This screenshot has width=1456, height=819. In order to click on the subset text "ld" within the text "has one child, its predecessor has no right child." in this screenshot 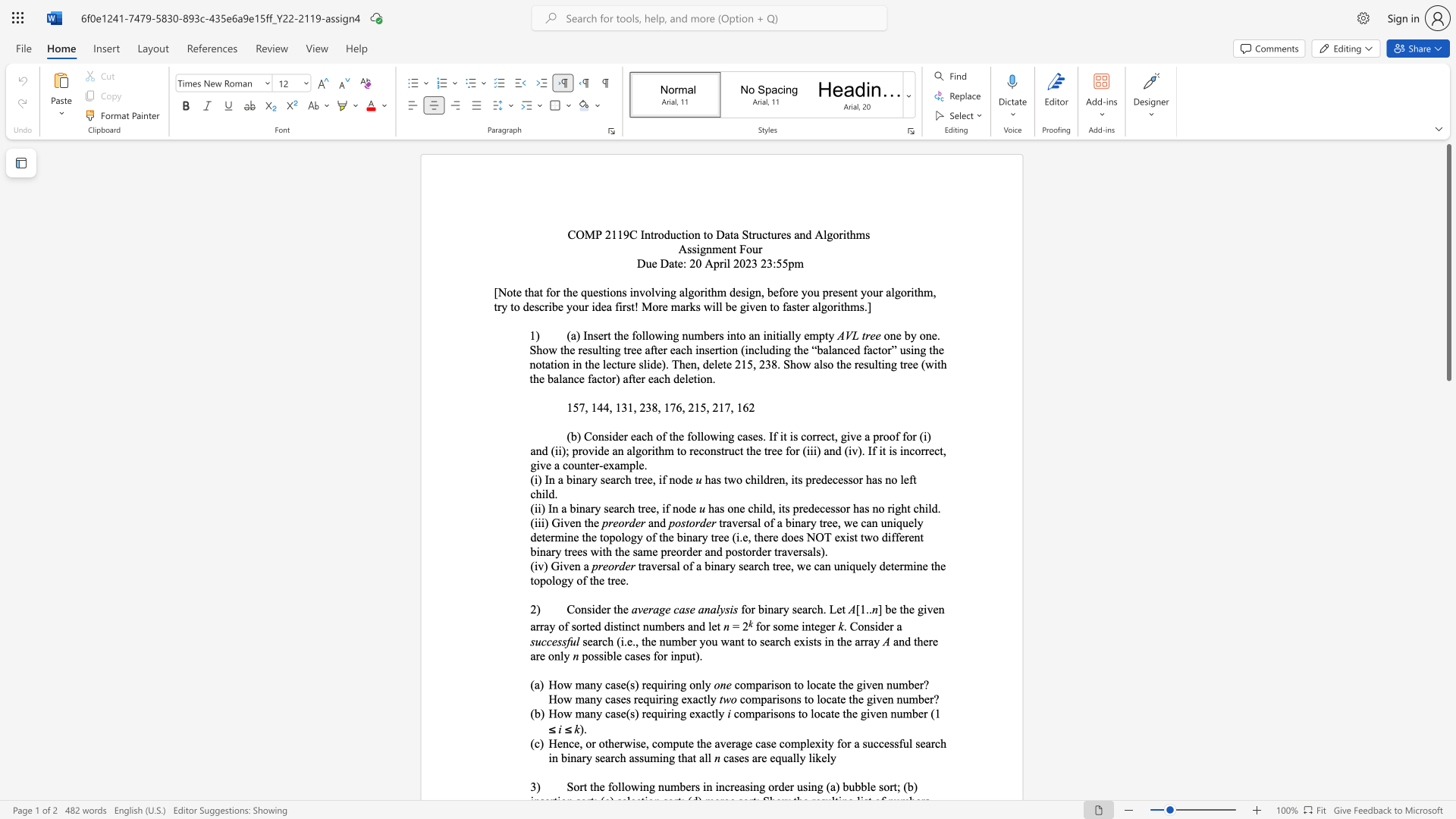, I will do `click(927, 508)`.